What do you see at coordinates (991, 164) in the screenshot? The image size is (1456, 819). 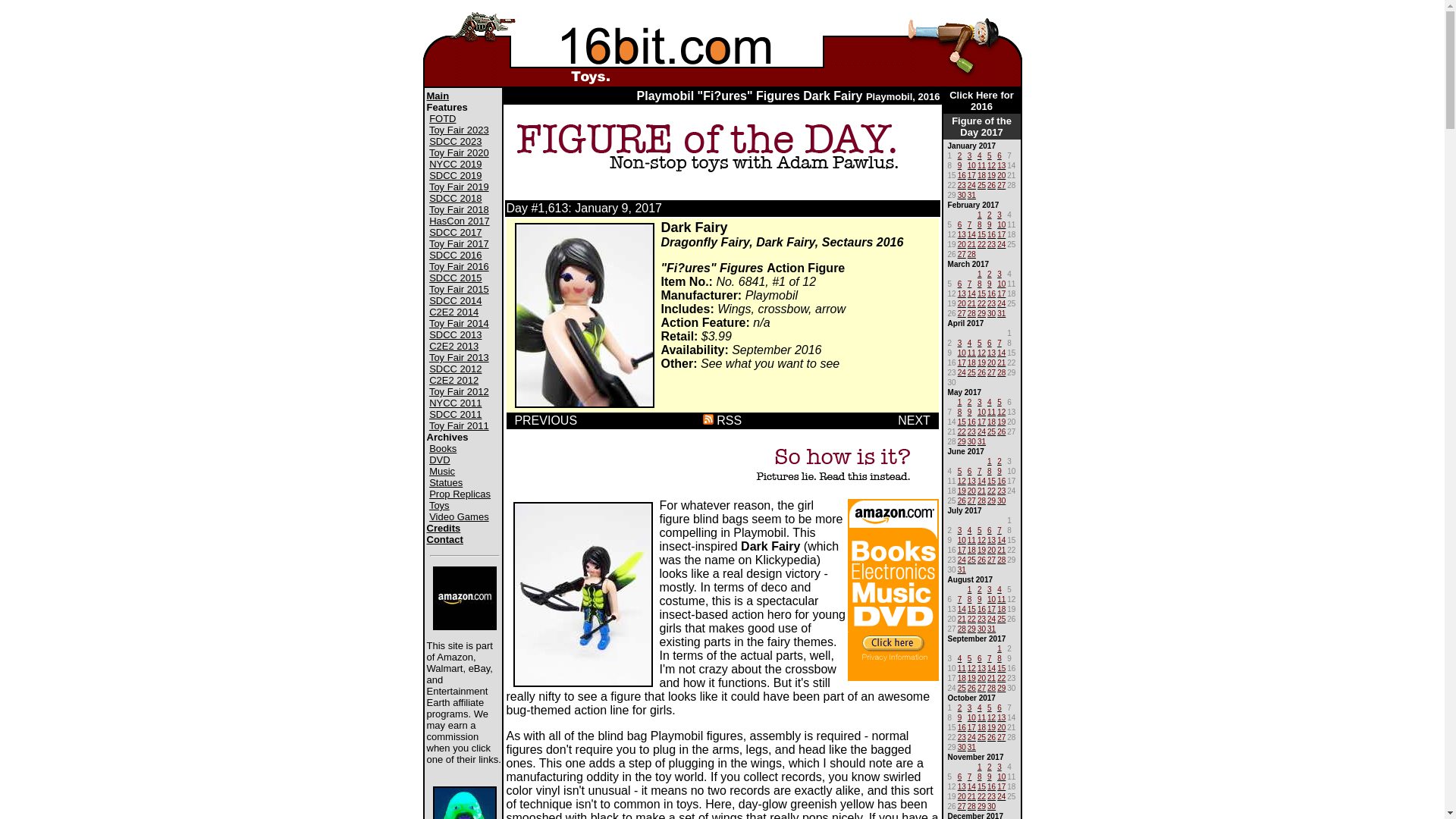 I see `'12'` at bounding box center [991, 164].